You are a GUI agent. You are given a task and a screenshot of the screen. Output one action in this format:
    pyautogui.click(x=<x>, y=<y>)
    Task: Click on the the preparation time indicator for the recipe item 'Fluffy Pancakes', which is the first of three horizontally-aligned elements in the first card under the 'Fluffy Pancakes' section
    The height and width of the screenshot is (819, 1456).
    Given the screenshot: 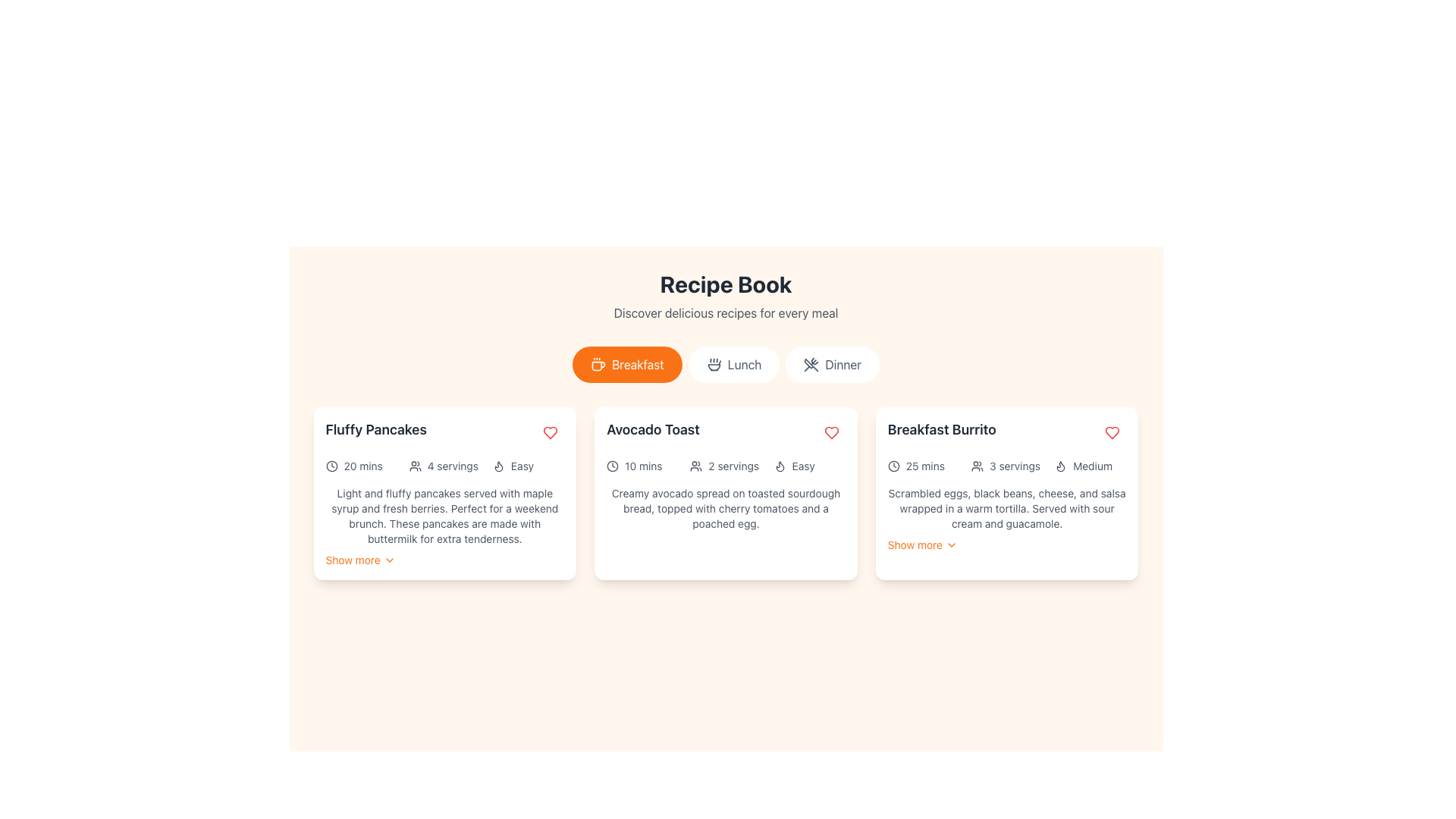 What is the action you would take?
    pyautogui.click(x=360, y=465)
    